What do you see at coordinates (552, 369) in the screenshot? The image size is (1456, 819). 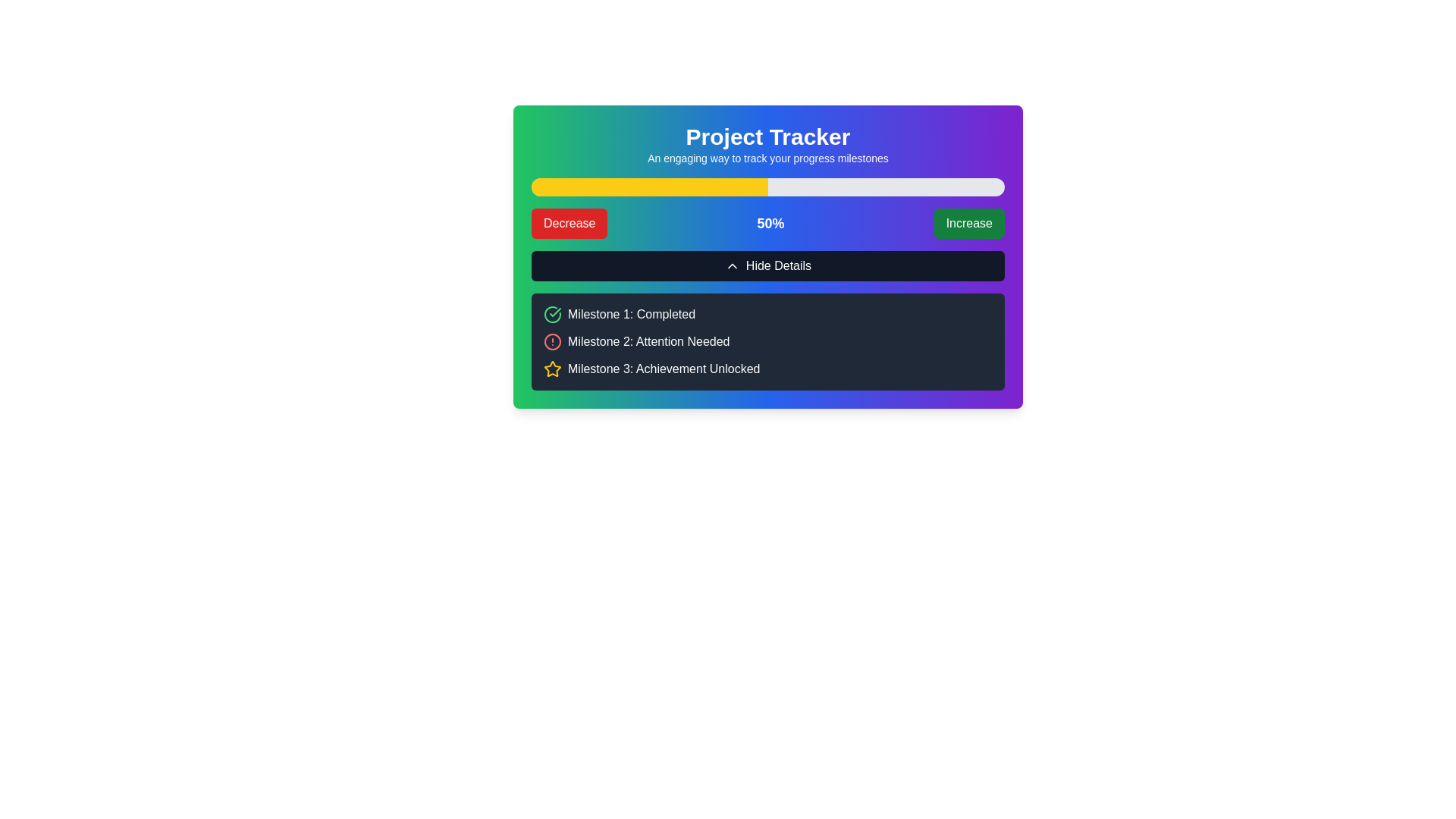 I see `the star-shaped icon with a hollow center, styled with a yellow outline, located as the first item in the 'Milestone 3: Achievement Unlocked' list` at bounding box center [552, 369].